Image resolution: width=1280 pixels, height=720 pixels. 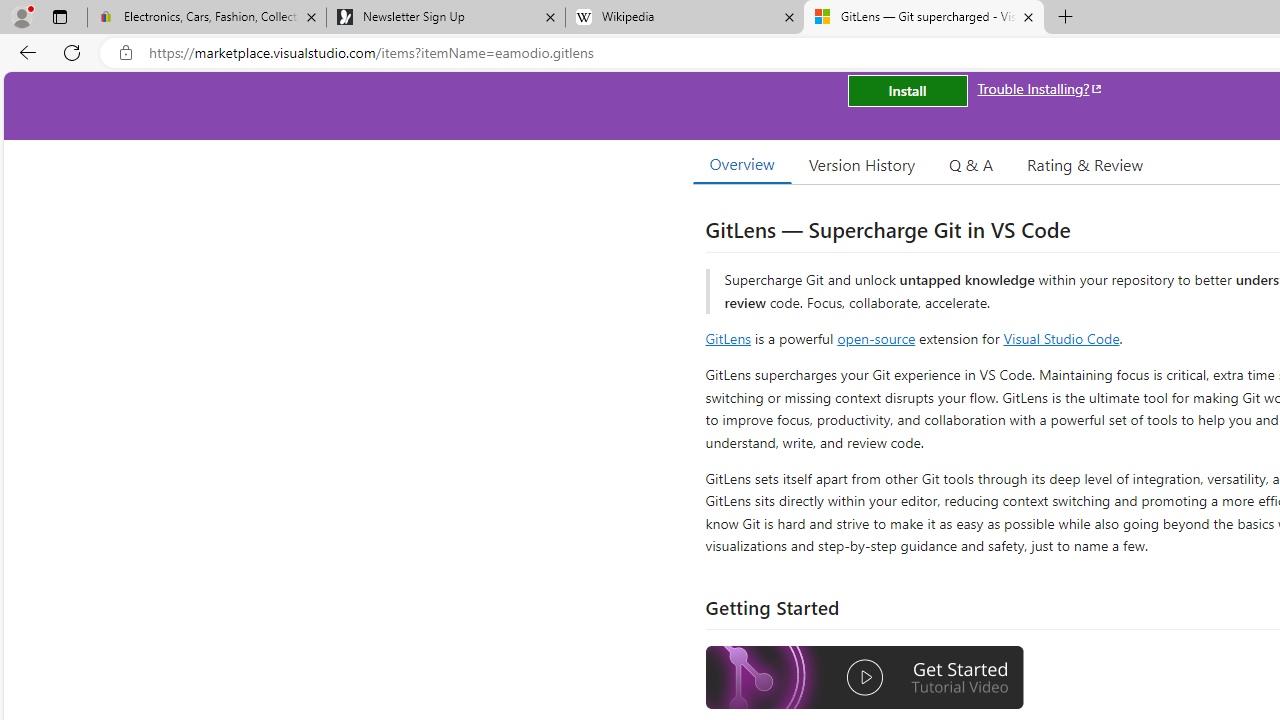 What do you see at coordinates (59, 16) in the screenshot?
I see `'Tab actions menu'` at bounding box center [59, 16].